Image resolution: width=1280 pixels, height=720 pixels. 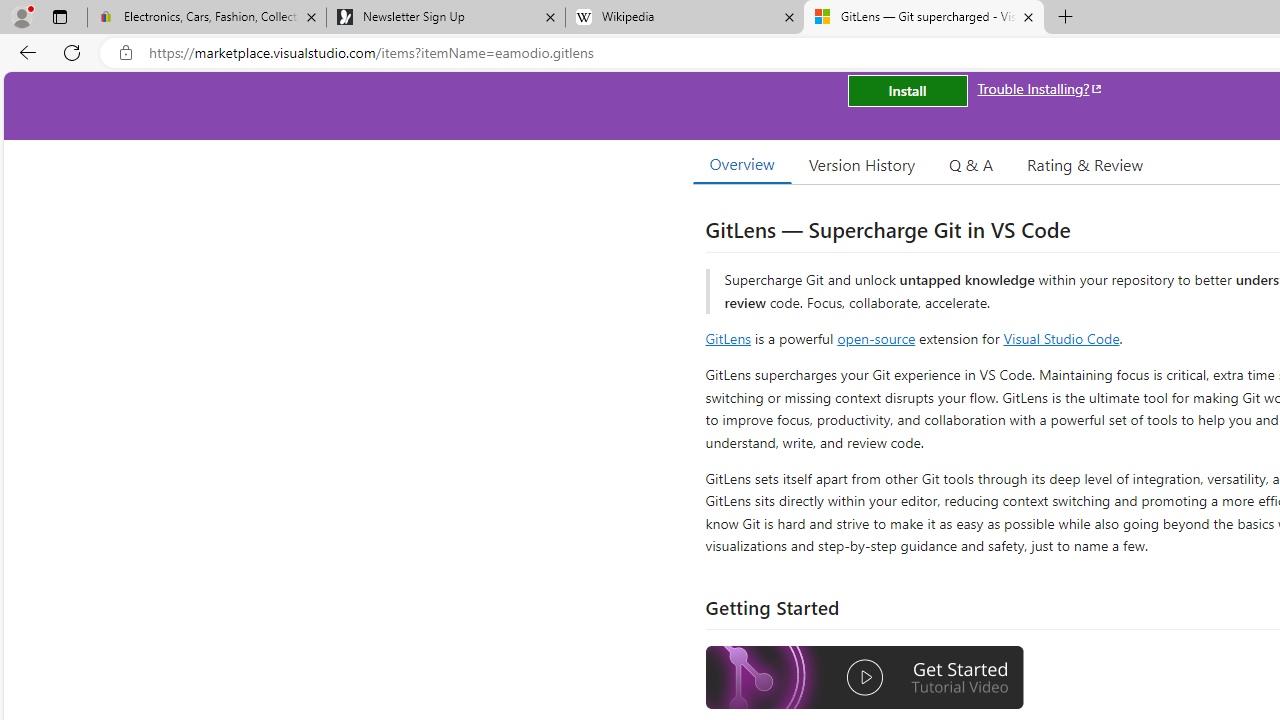 What do you see at coordinates (59, 16) in the screenshot?
I see `'Tab actions menu'` at bounding box center [59, 16].